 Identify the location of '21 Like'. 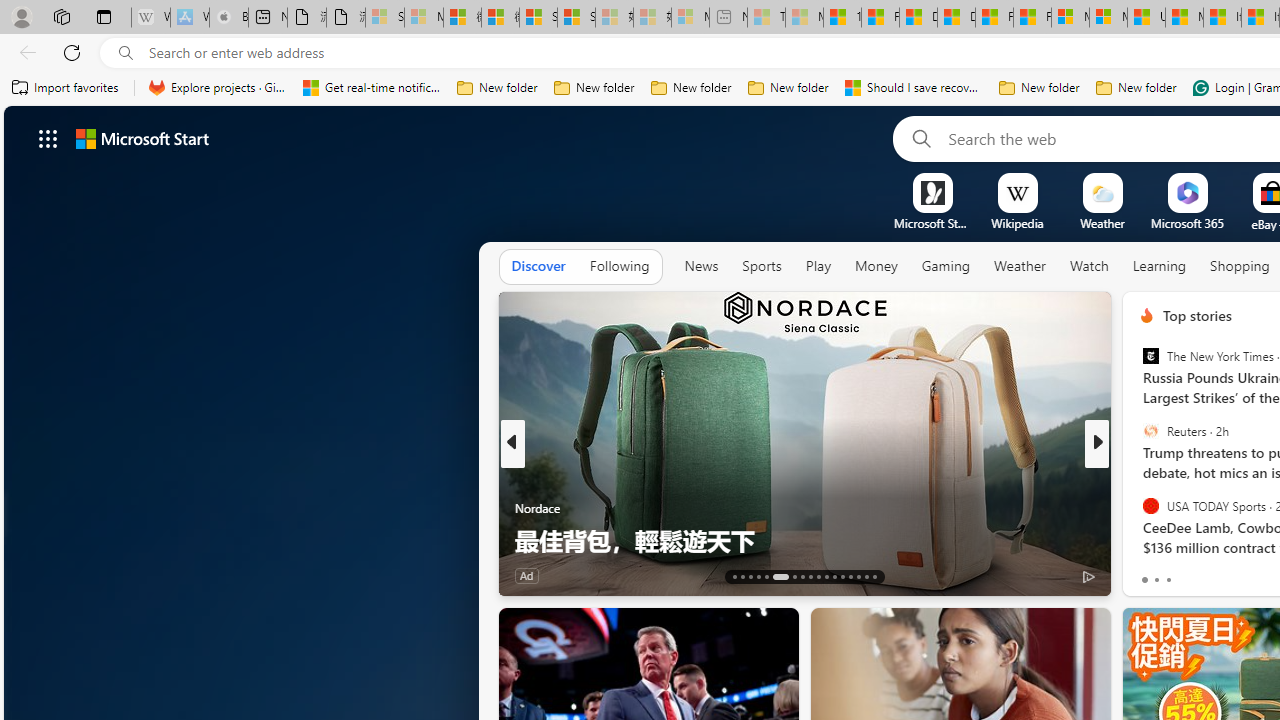
(1149, 575).